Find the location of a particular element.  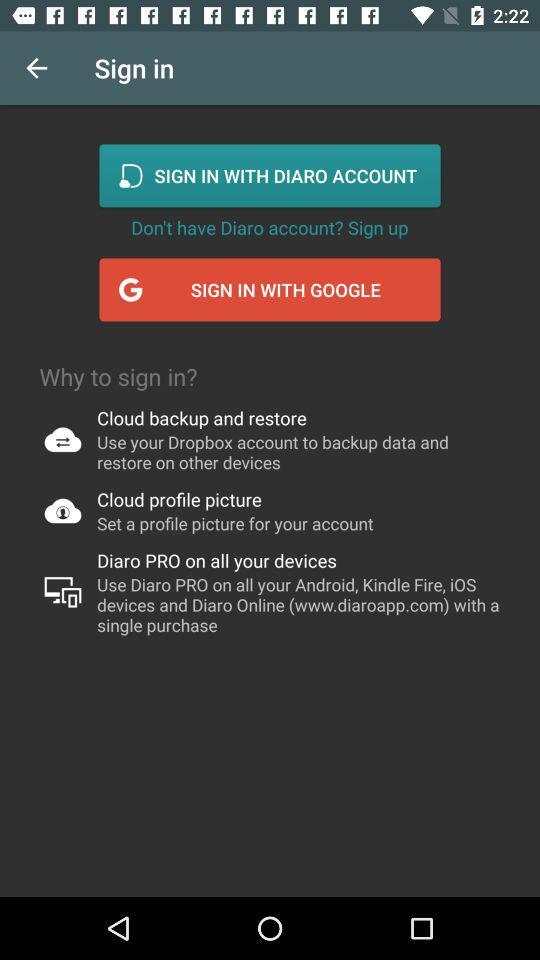

the don t have icon is located at coordinates (269, 227).